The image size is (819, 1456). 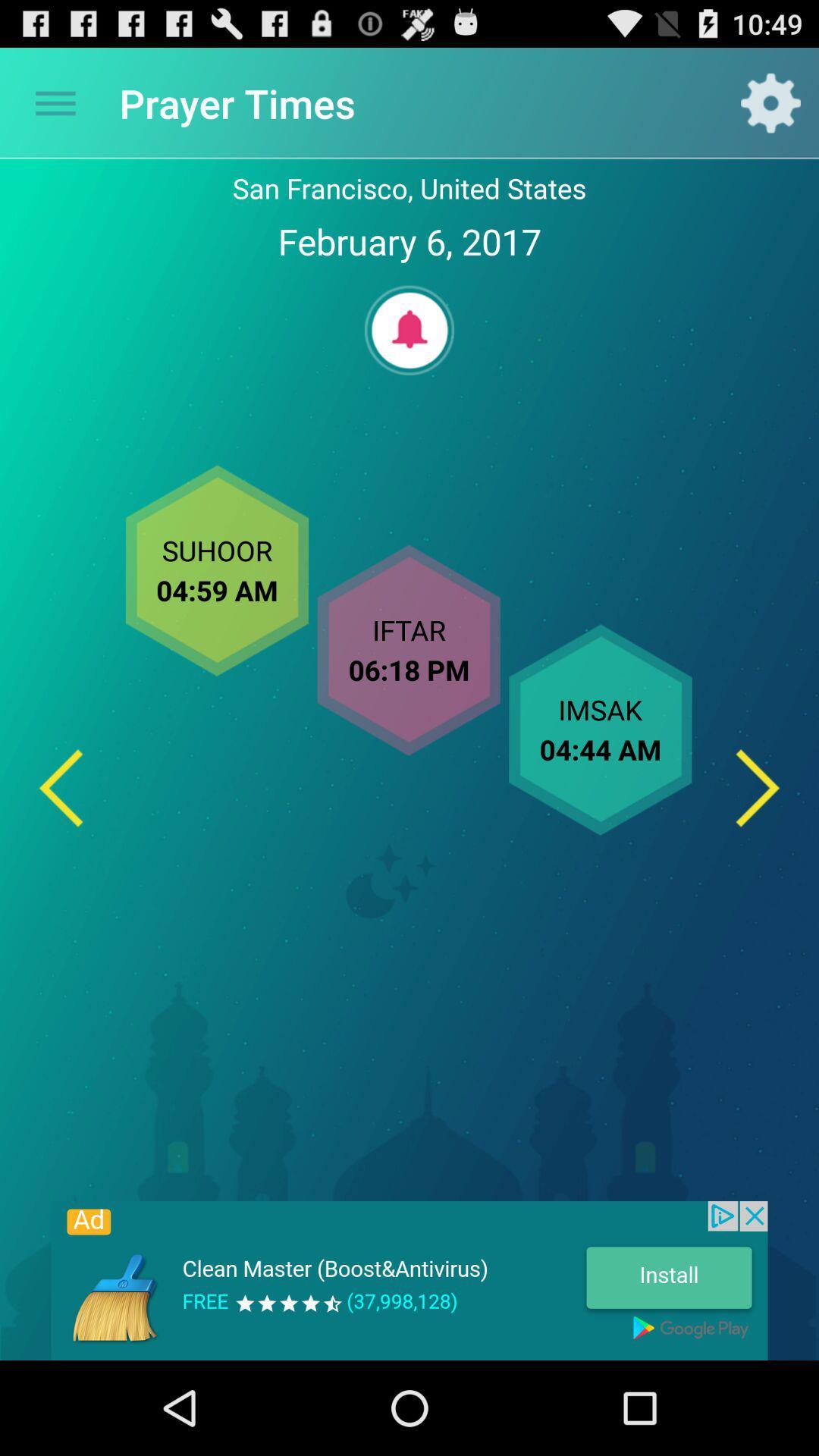 What do you see at coordinates (409, 329) in the screenshot?
I see `bell icon` at bounding box center [409, 329].